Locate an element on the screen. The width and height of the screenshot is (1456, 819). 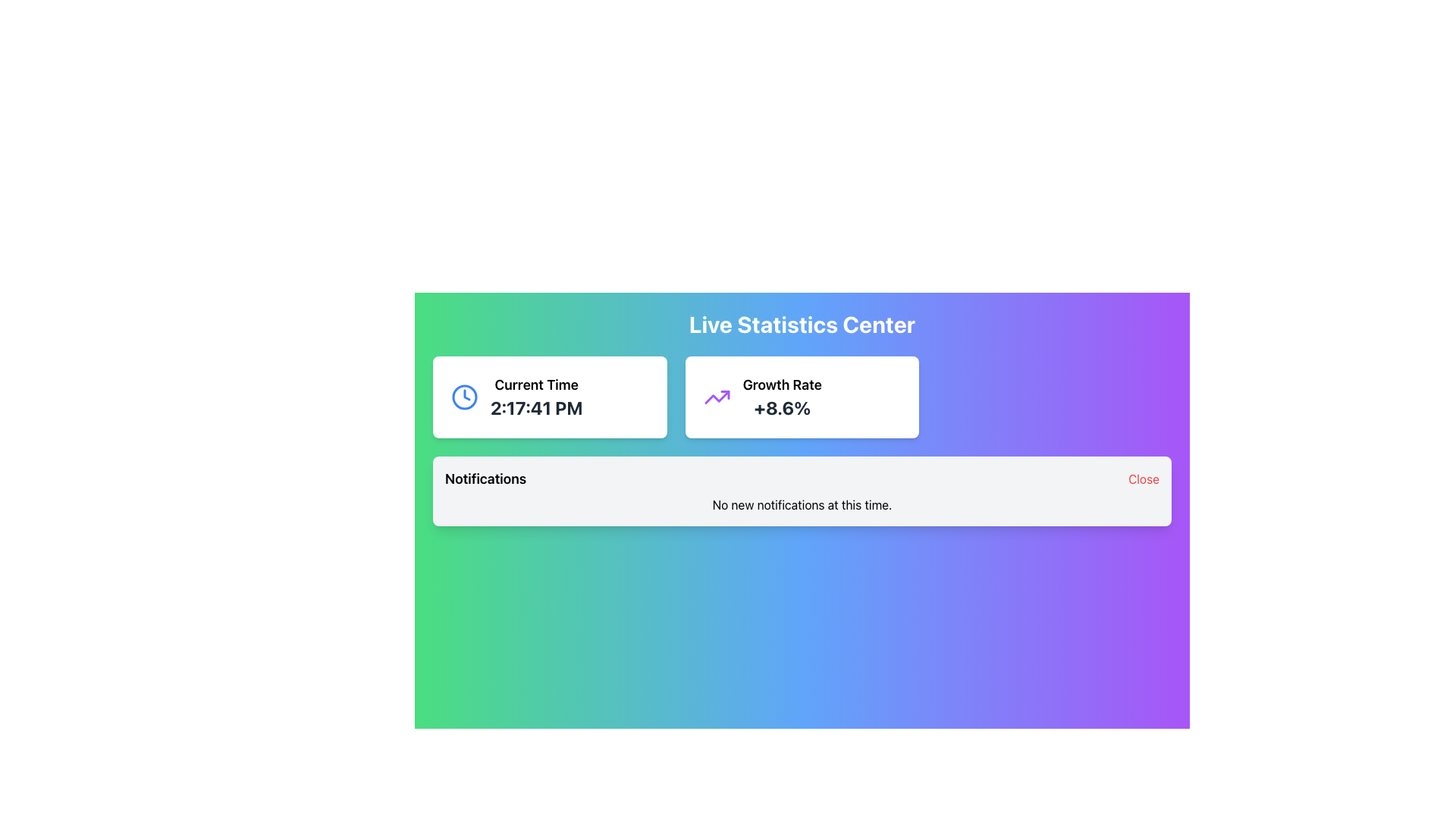
the purple upward trending arrow icon located in the 'Growth Rate' information card, which is positioned to the left of the text '+8.6%' is located at coordinates (716, 397).